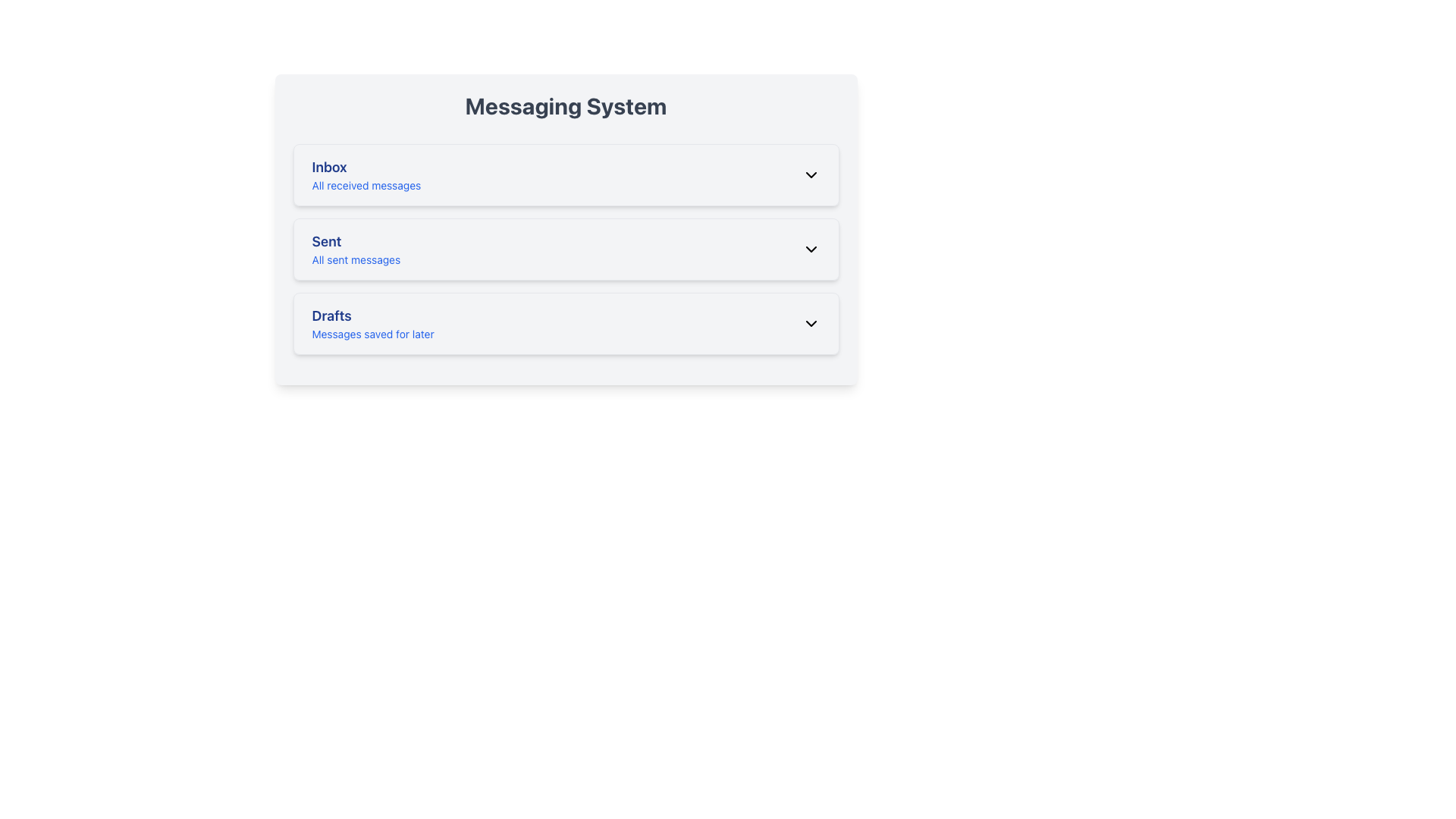  Describe the element at coordinates (810, 174) in the screenshot. I see `the chevron icon positioned to the far right of the 'Inbox' section` at that location.